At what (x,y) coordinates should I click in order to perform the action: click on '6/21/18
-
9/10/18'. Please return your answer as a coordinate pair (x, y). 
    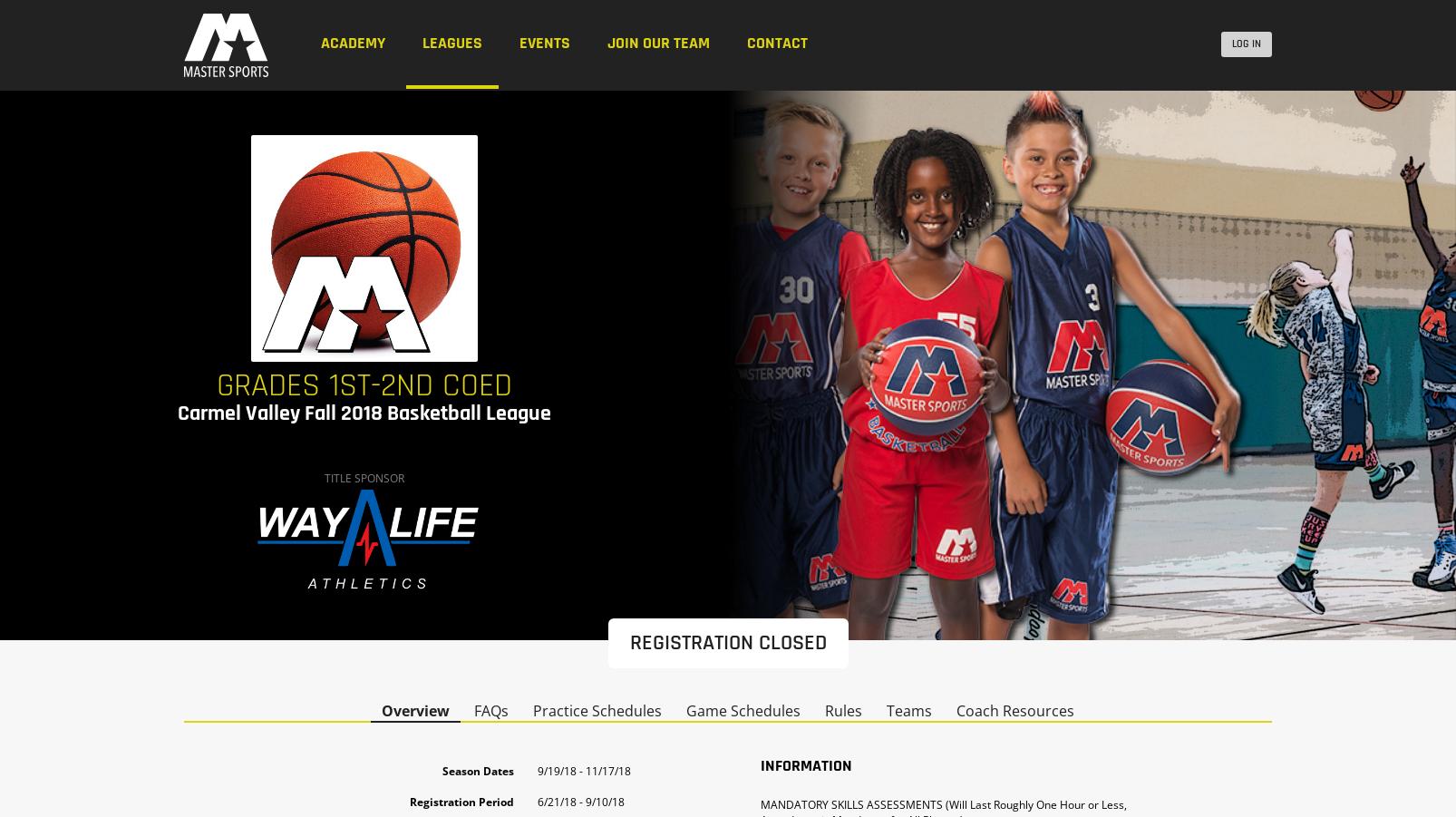
    Looking at the image, I should click on (579, 801).